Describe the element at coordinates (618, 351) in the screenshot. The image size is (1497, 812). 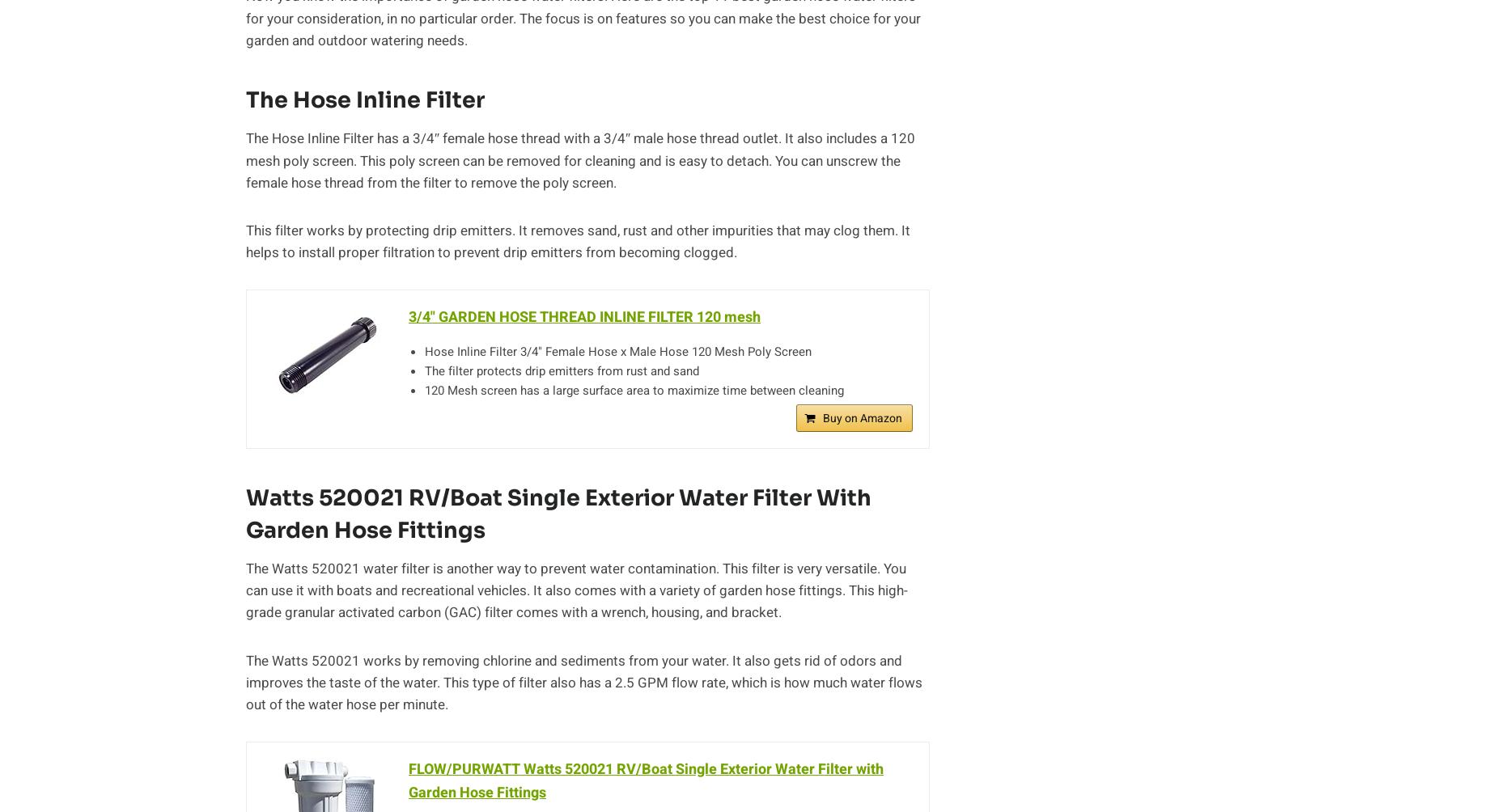
I see `'Hose Inline Filter 3/4" Female Hose x Male Hose 120 Mesh Poly Screen'` at that location.